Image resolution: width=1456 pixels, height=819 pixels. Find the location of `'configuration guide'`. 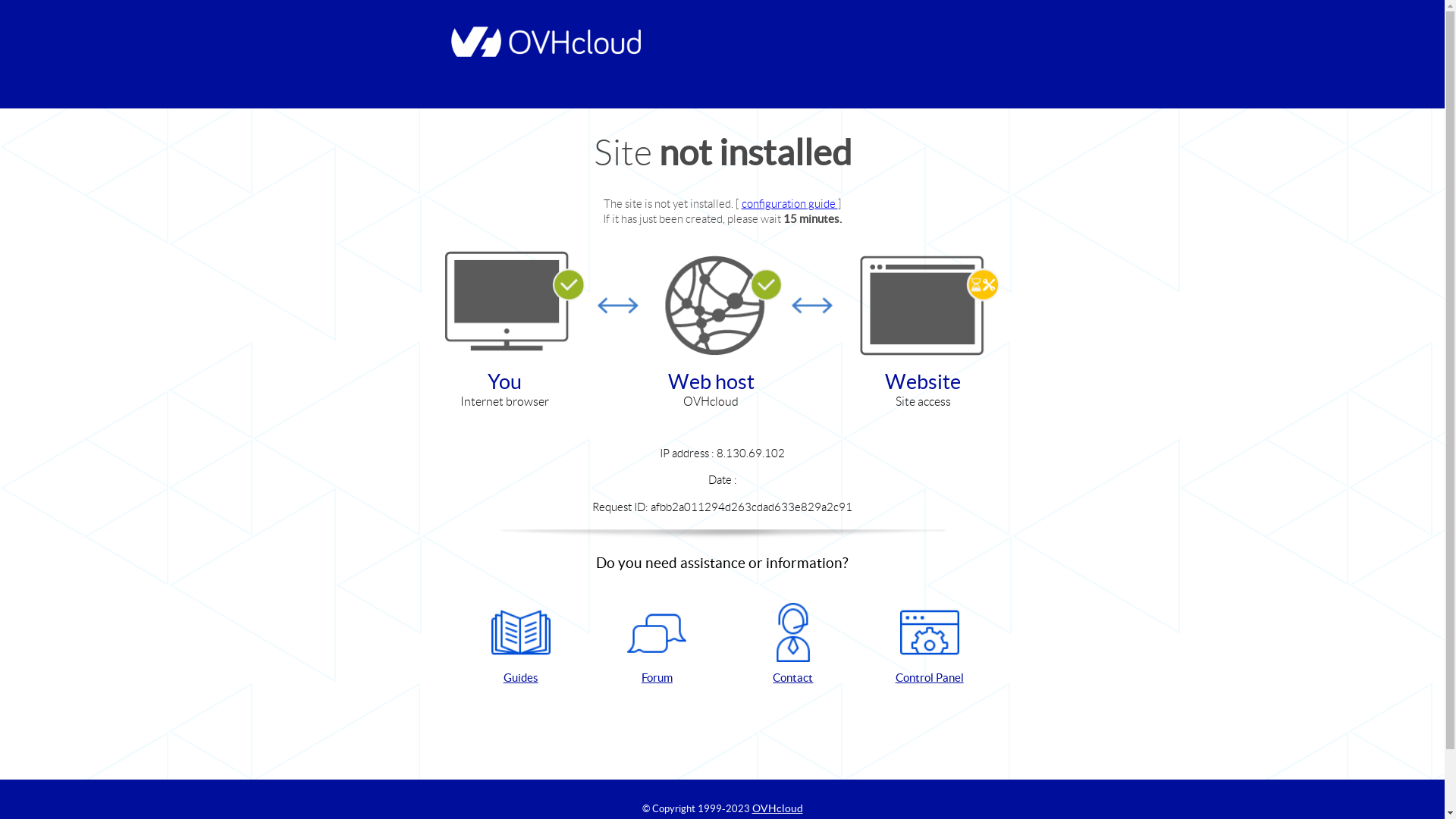

'configuration guide' is located at coordinates (789, 202).